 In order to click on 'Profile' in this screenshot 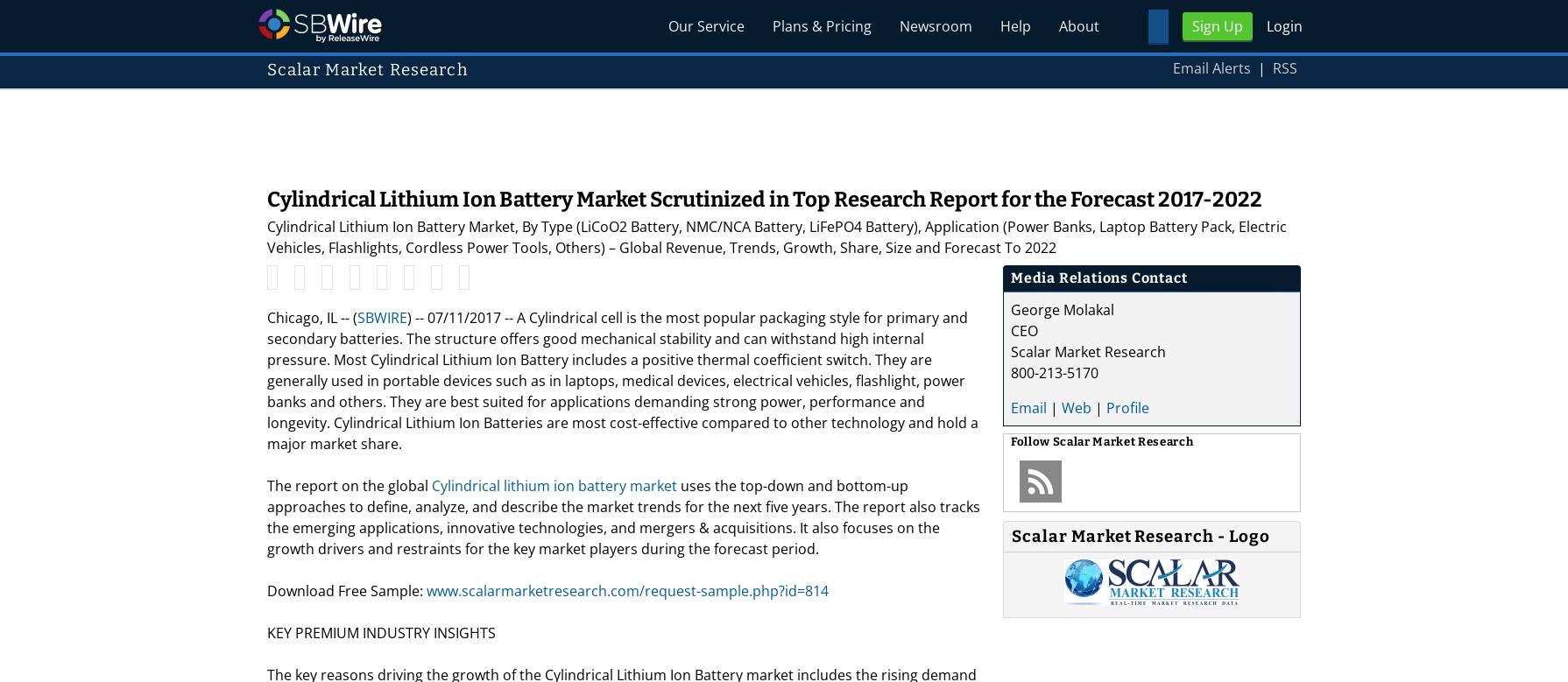, I will do `click(1106, 406)`.